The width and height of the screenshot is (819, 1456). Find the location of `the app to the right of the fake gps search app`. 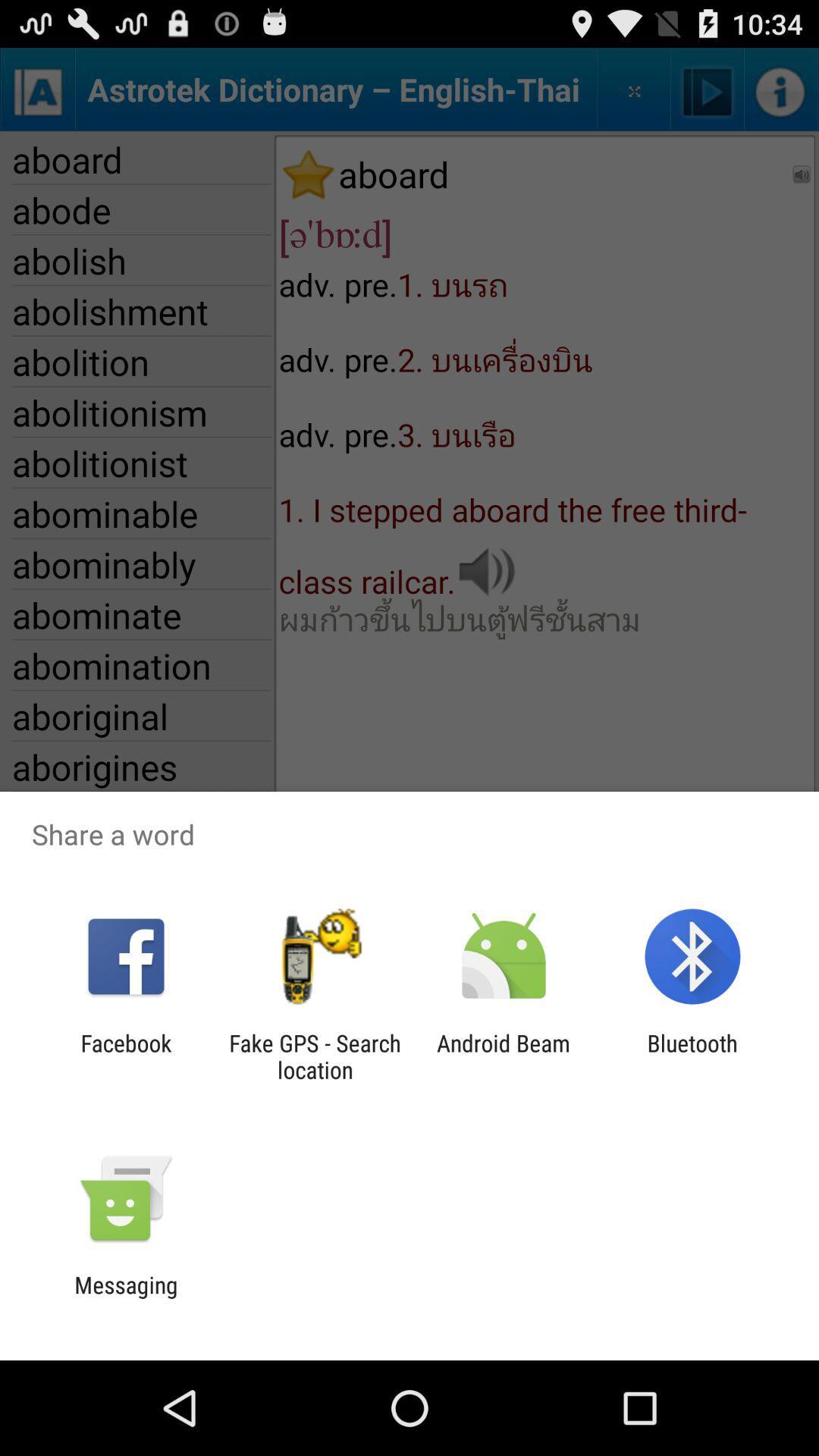

the app to the right of the fake gps search app is located at coordinates (504, 1056).